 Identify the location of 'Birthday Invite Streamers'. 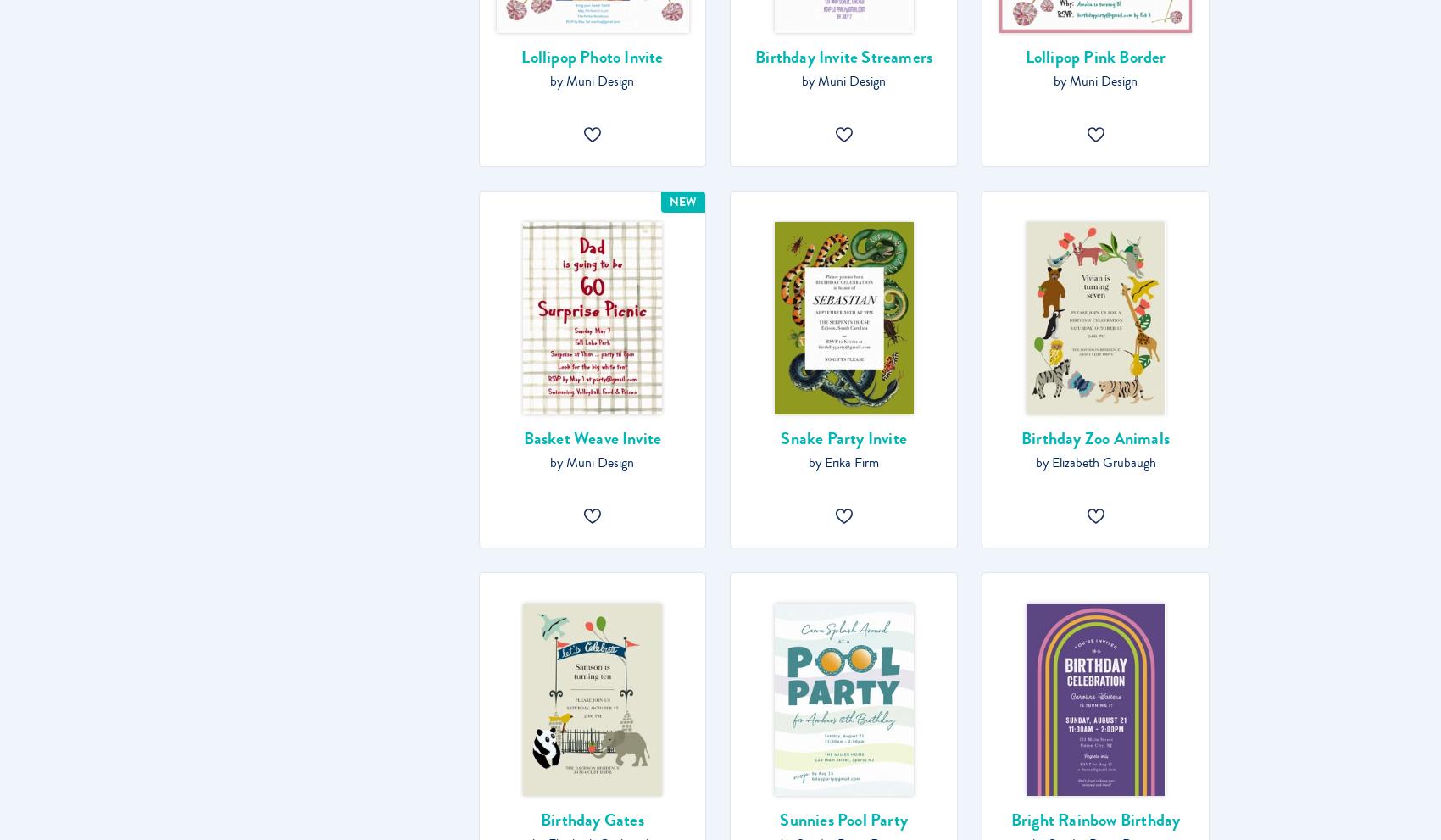
(843, 57).